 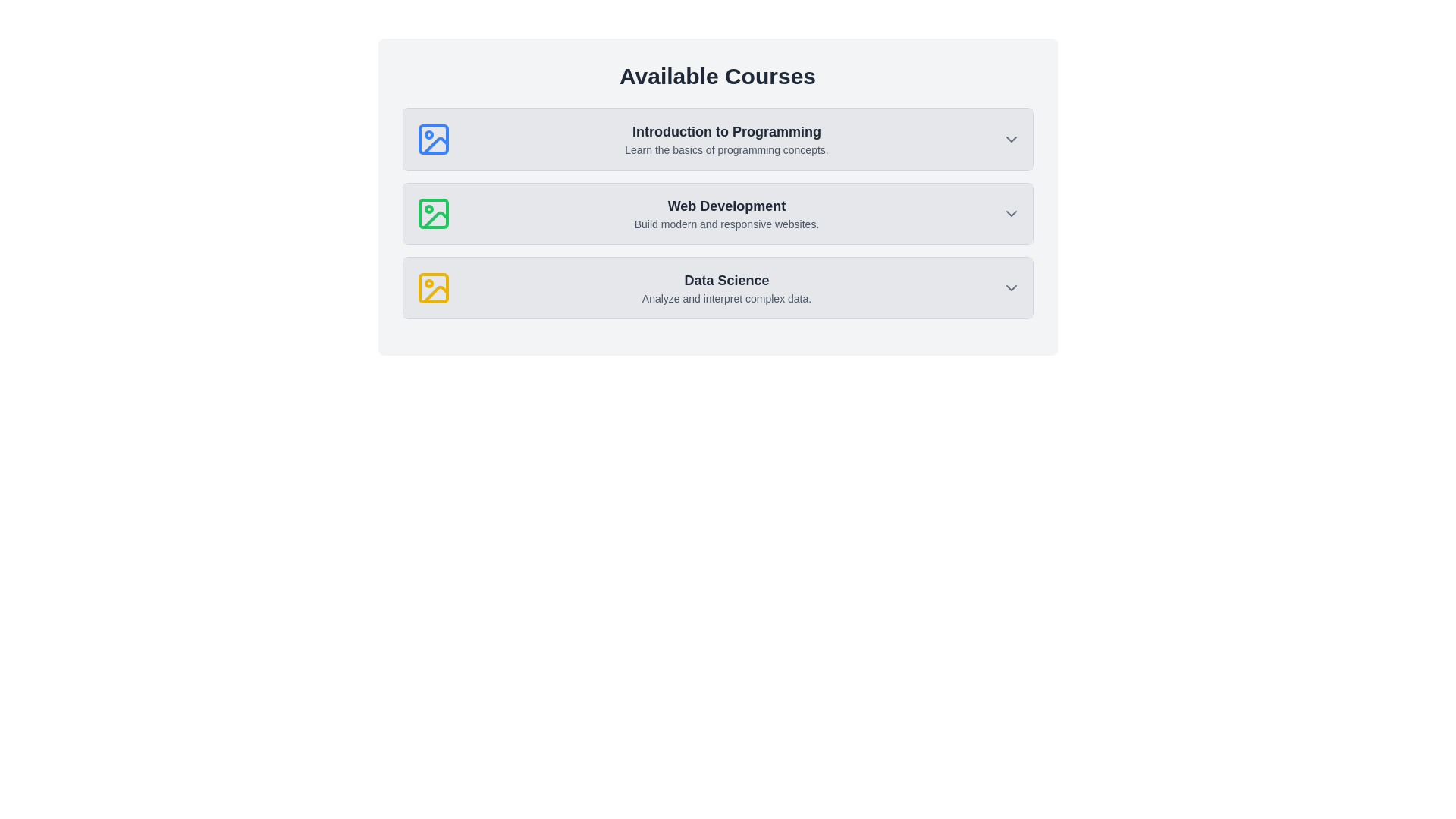 What do you see at coordinates (726, 140) in the screenshot?
I see `informational text block for the course titled 'Introduction to Programming', which is the first item in the 'Available Courses' list` at bounding box center [726, 140].